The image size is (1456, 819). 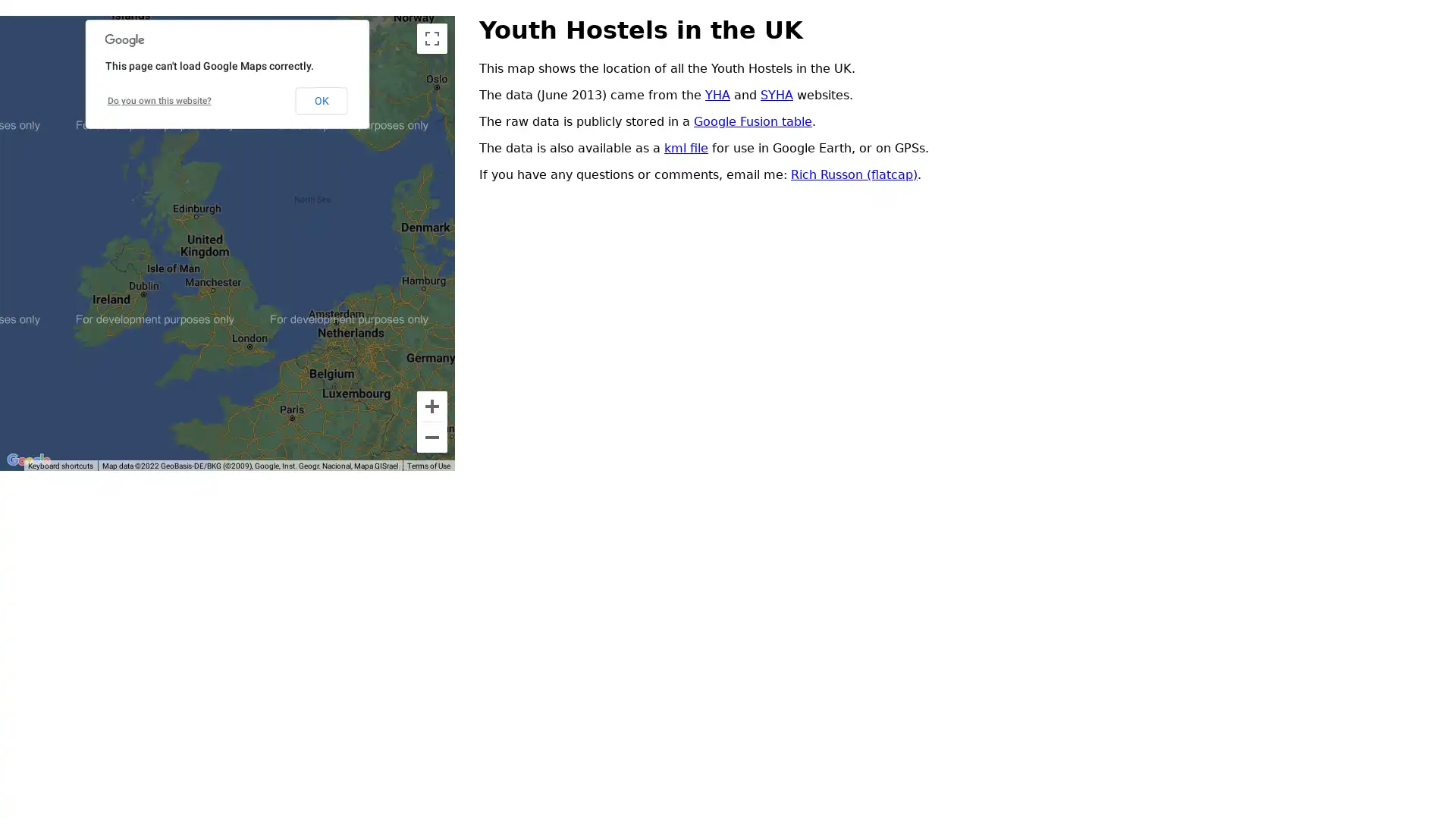 What do you see at coordinates (320, 99) in the screenshot?
I see `OK` at bounding box center [320, 99].